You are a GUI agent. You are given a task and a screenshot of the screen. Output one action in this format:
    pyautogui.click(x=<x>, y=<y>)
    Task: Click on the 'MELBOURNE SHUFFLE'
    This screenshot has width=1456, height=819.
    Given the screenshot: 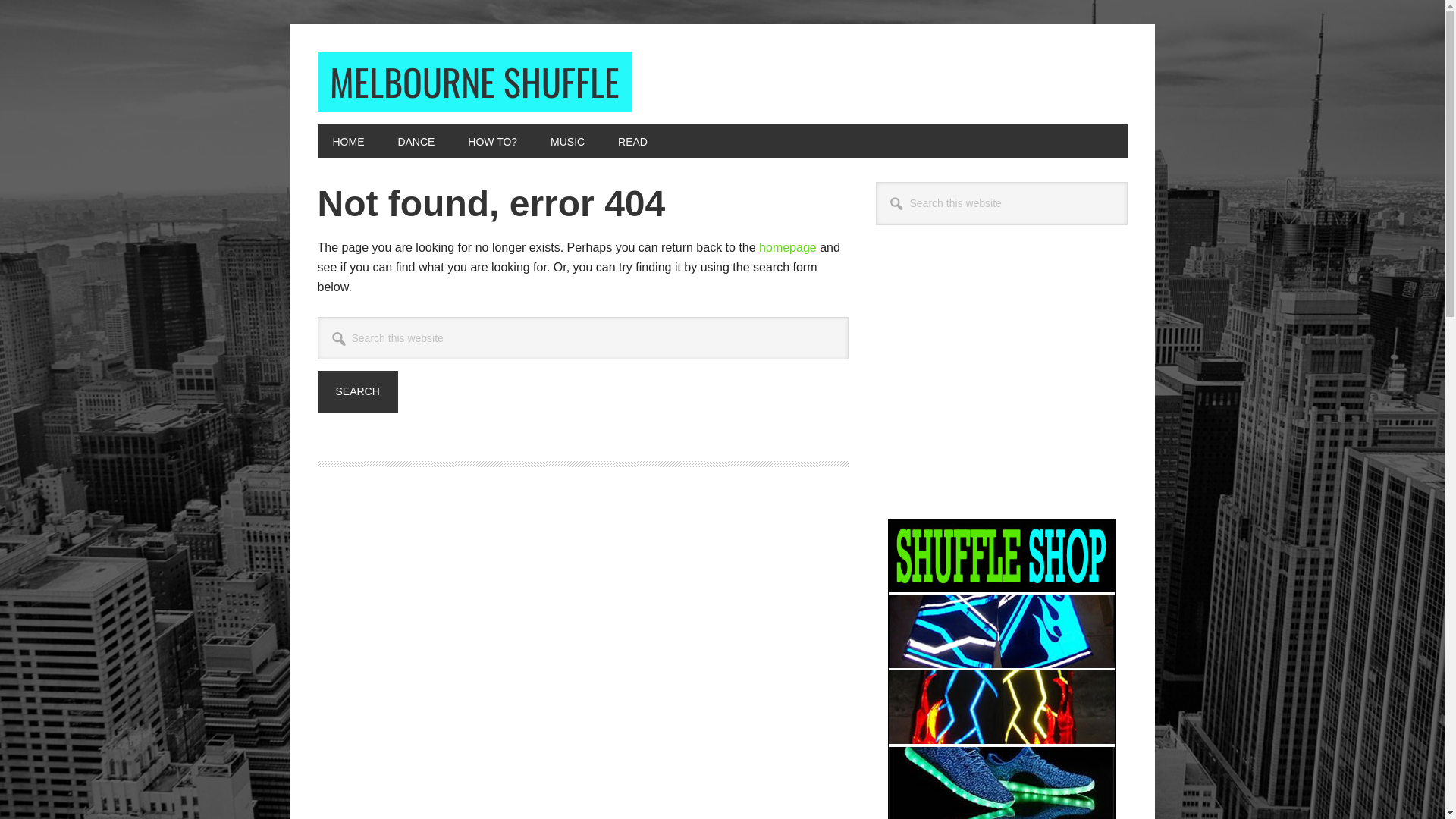 What is the action you would take?
    pyautogui.click(x=472, y=82)
    